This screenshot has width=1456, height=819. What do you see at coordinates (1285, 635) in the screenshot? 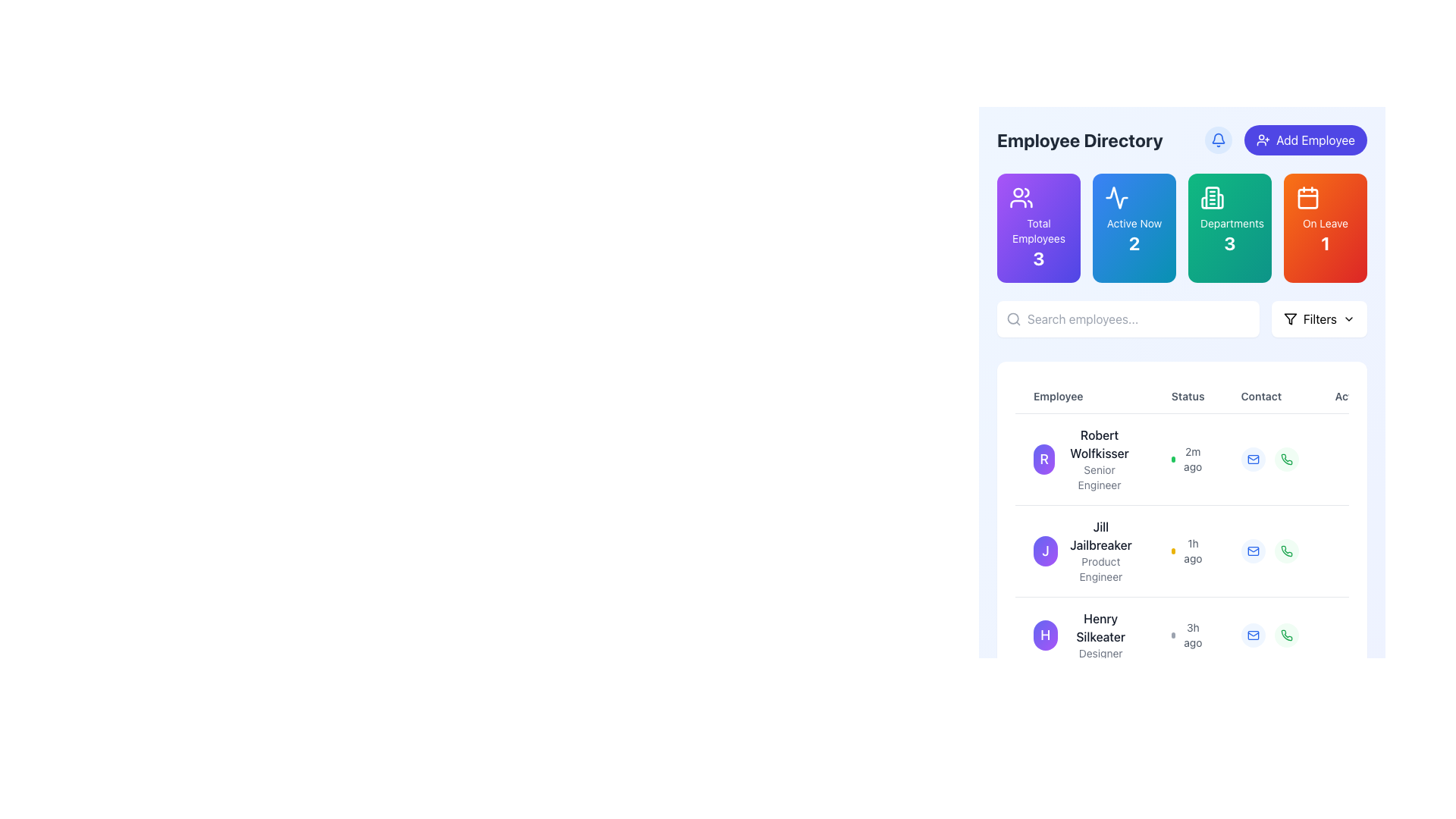
I see `the button located at the rightmost end of the 'Contact' column, adjacent to the blue envelope icon` at bounding box center [1285, 635].